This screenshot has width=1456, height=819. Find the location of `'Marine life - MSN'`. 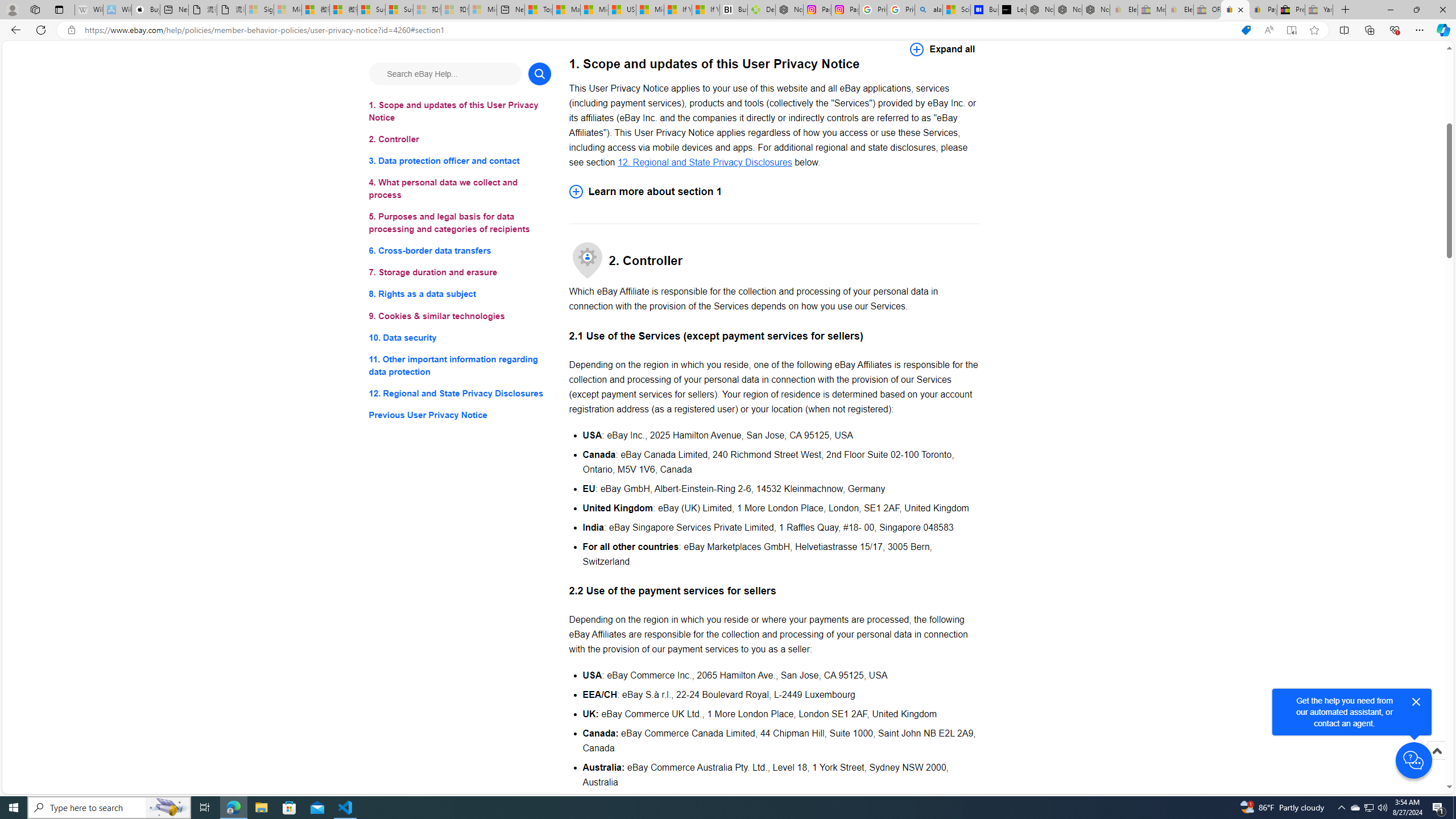

'Marine life - MSN' is located at coordinates (565, 9).